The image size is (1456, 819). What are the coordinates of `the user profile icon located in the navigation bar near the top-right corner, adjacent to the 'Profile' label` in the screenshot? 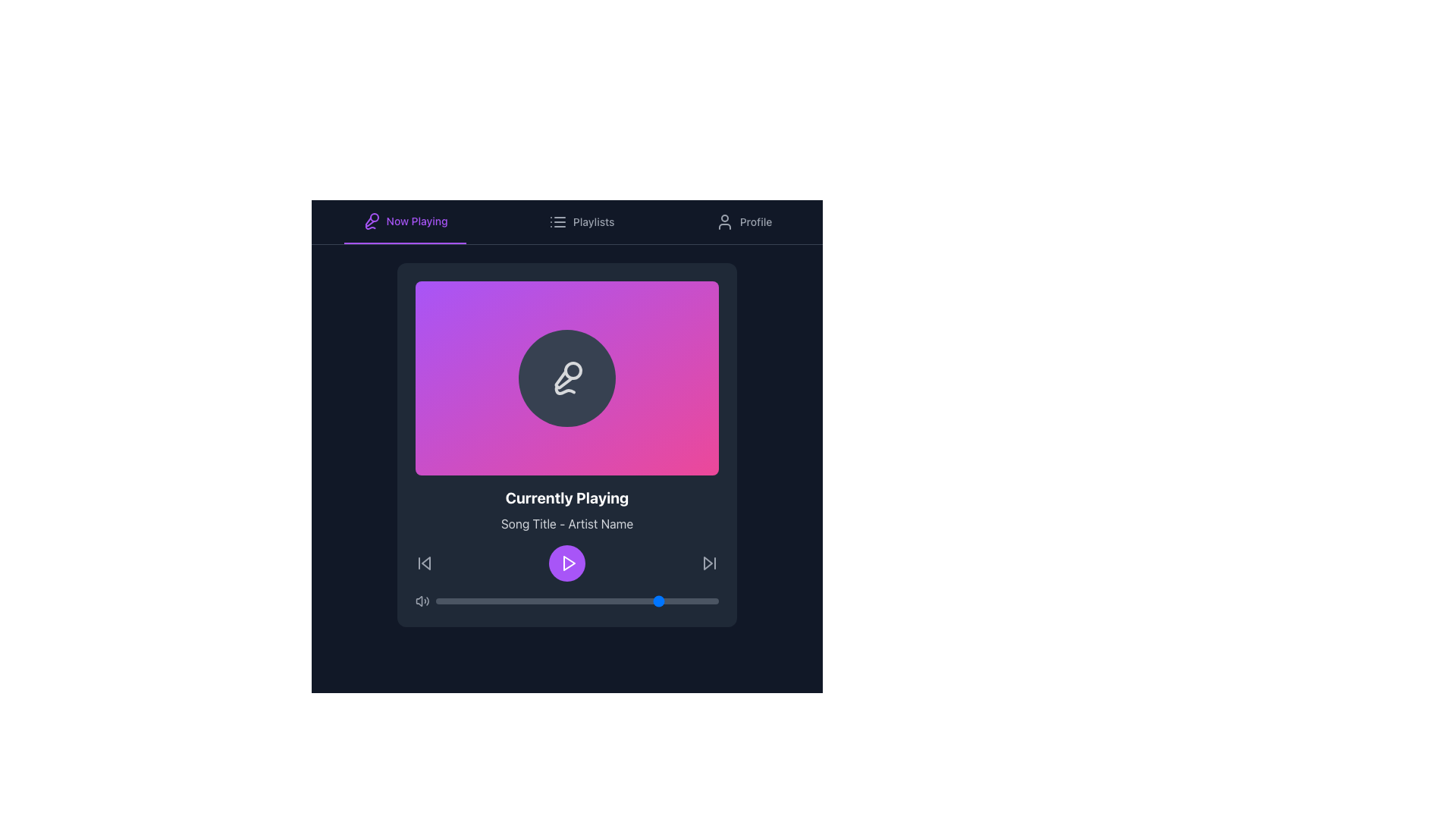 It's located at (723, 222).